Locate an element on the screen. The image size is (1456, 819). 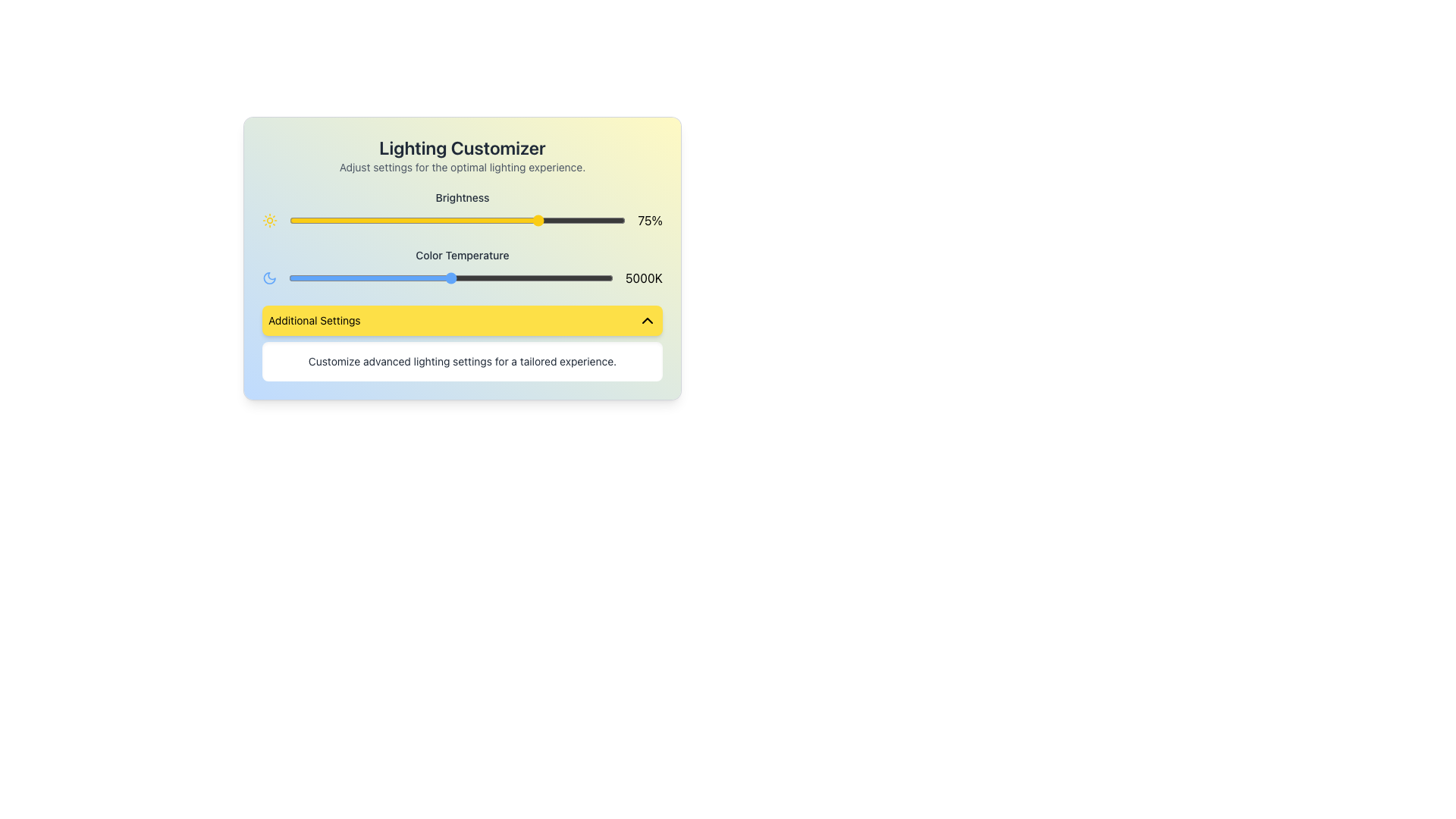
brightness is located at coordinates (426, 220).